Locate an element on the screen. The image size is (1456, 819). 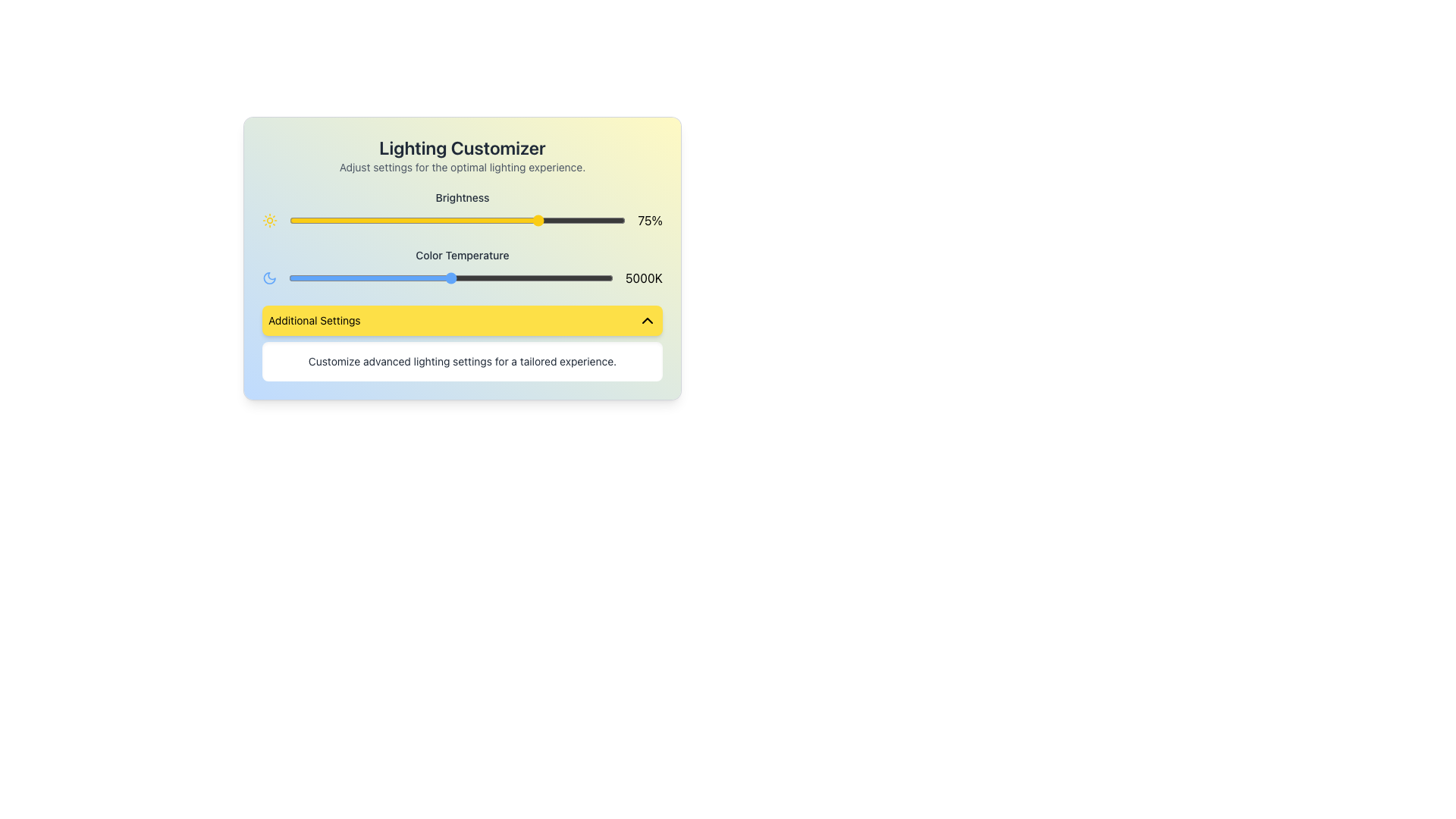
brightness is located at coordinates (426, 220).